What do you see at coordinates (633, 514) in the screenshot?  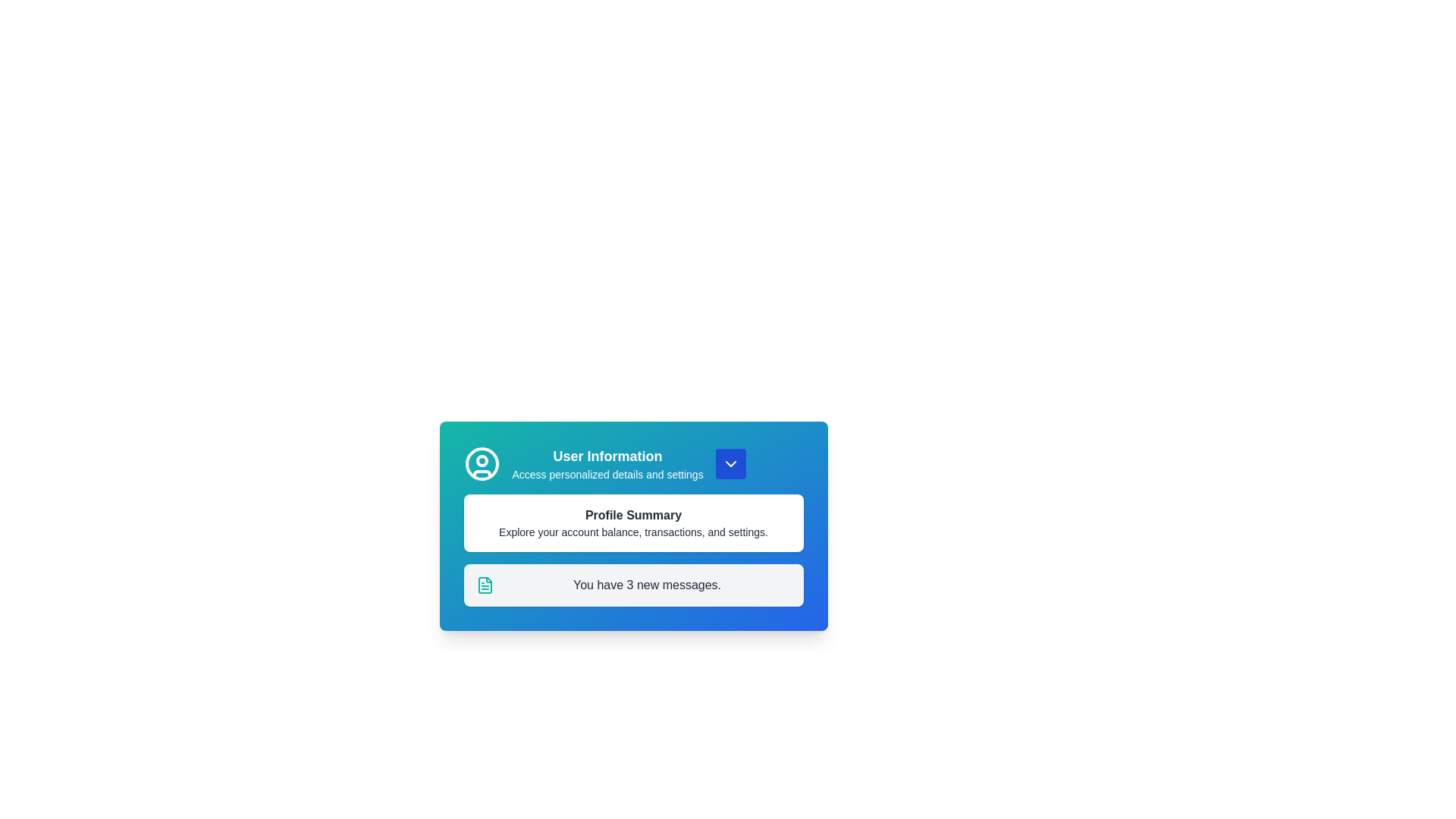 I see `the header-like text label that summarizes the purpose of the associated section, located in a rounded, white card below the 'User Information' header` at bounding box center [633, 514].